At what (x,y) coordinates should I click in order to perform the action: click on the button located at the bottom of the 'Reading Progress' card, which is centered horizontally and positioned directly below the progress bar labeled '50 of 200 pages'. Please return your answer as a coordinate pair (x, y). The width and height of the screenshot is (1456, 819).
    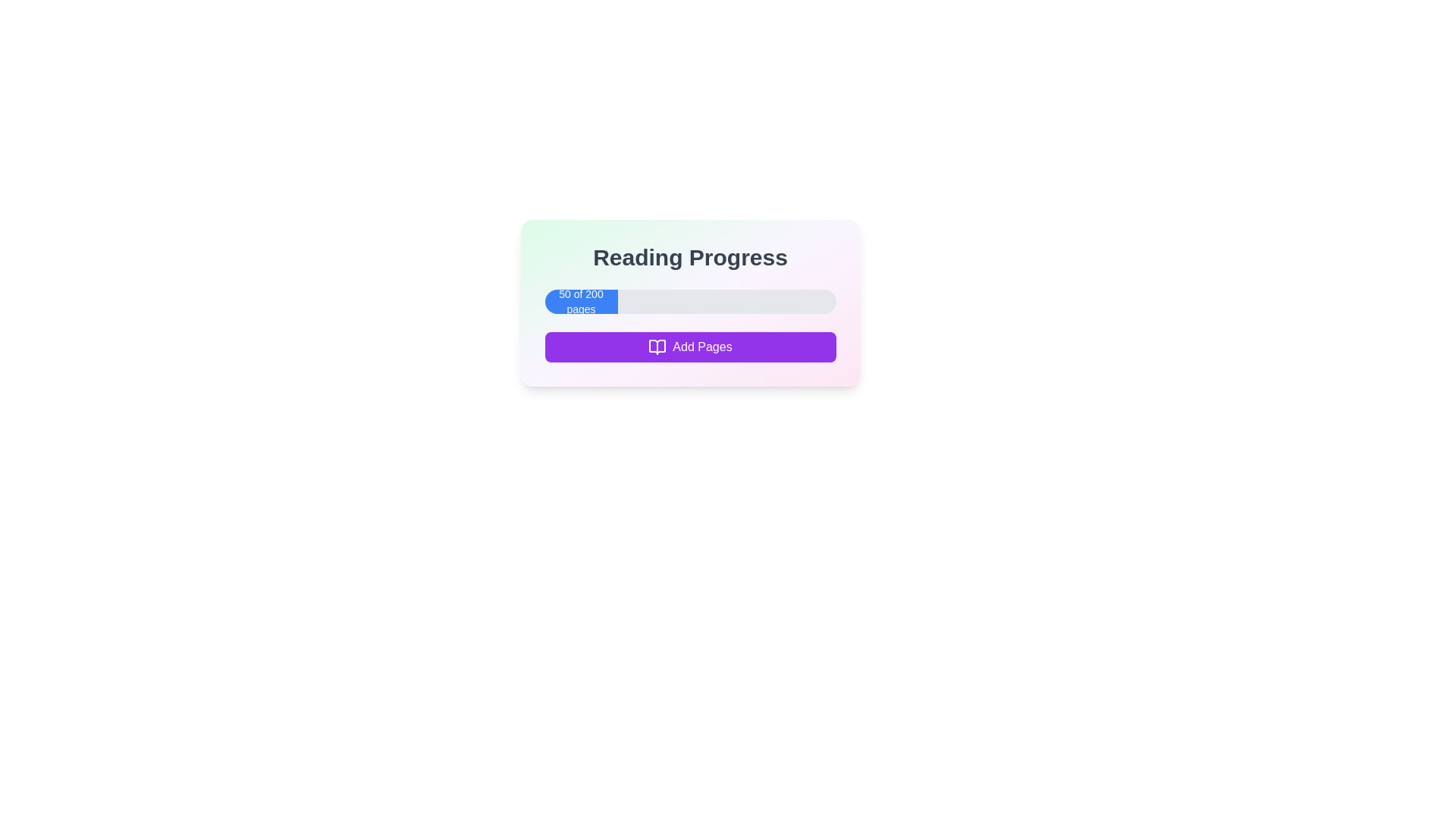
    Looking at the image, I should click on (689, 347).